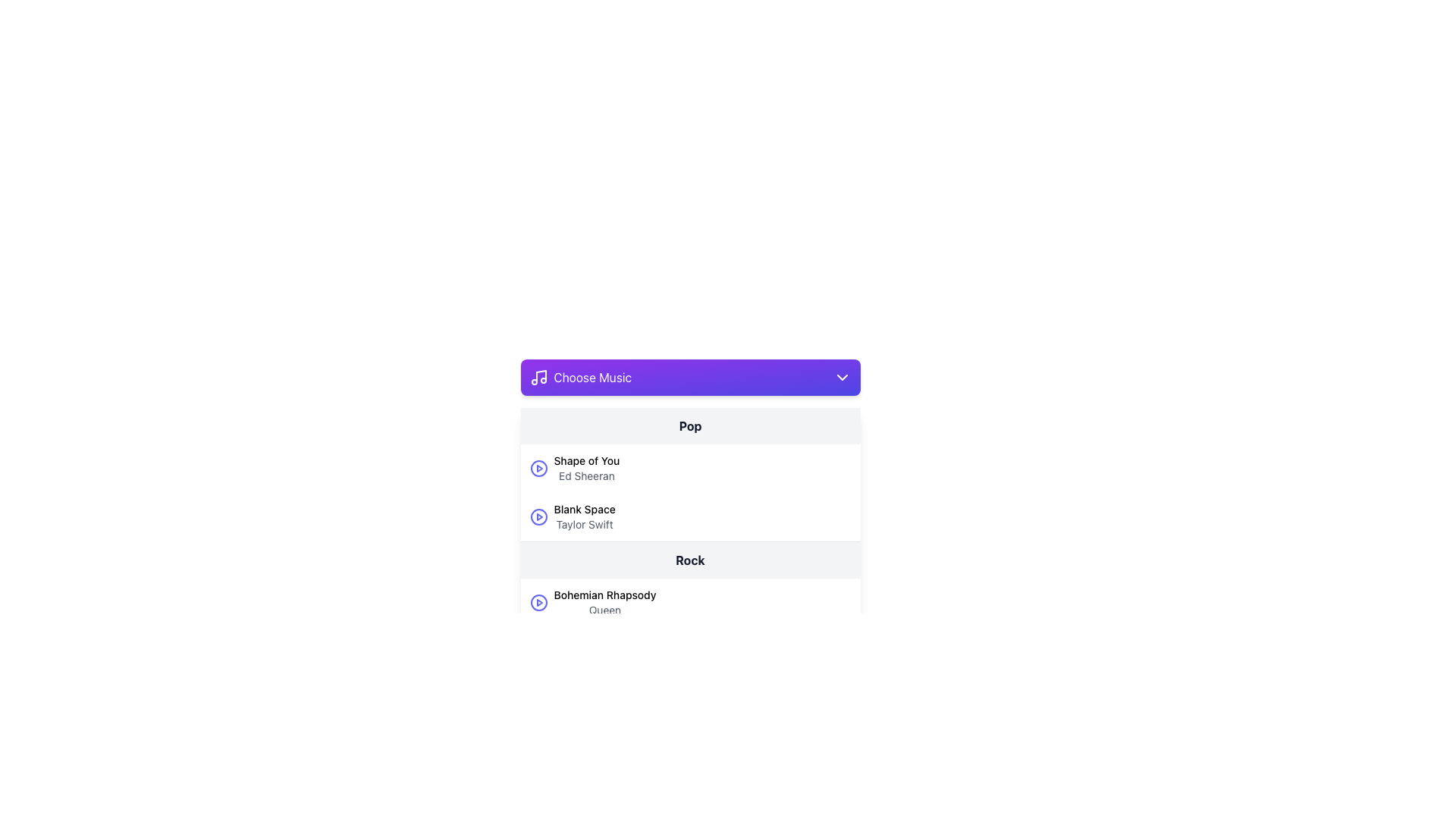 This screenshot has width=1456, height=819. Describe the element at coordinates (689, 426) in the screenshot. I see `the label element that contains the word 'Pop', which is displayed in bold dark text against a light gray background, positioned below the purple header 'Choose Music'` at that location.